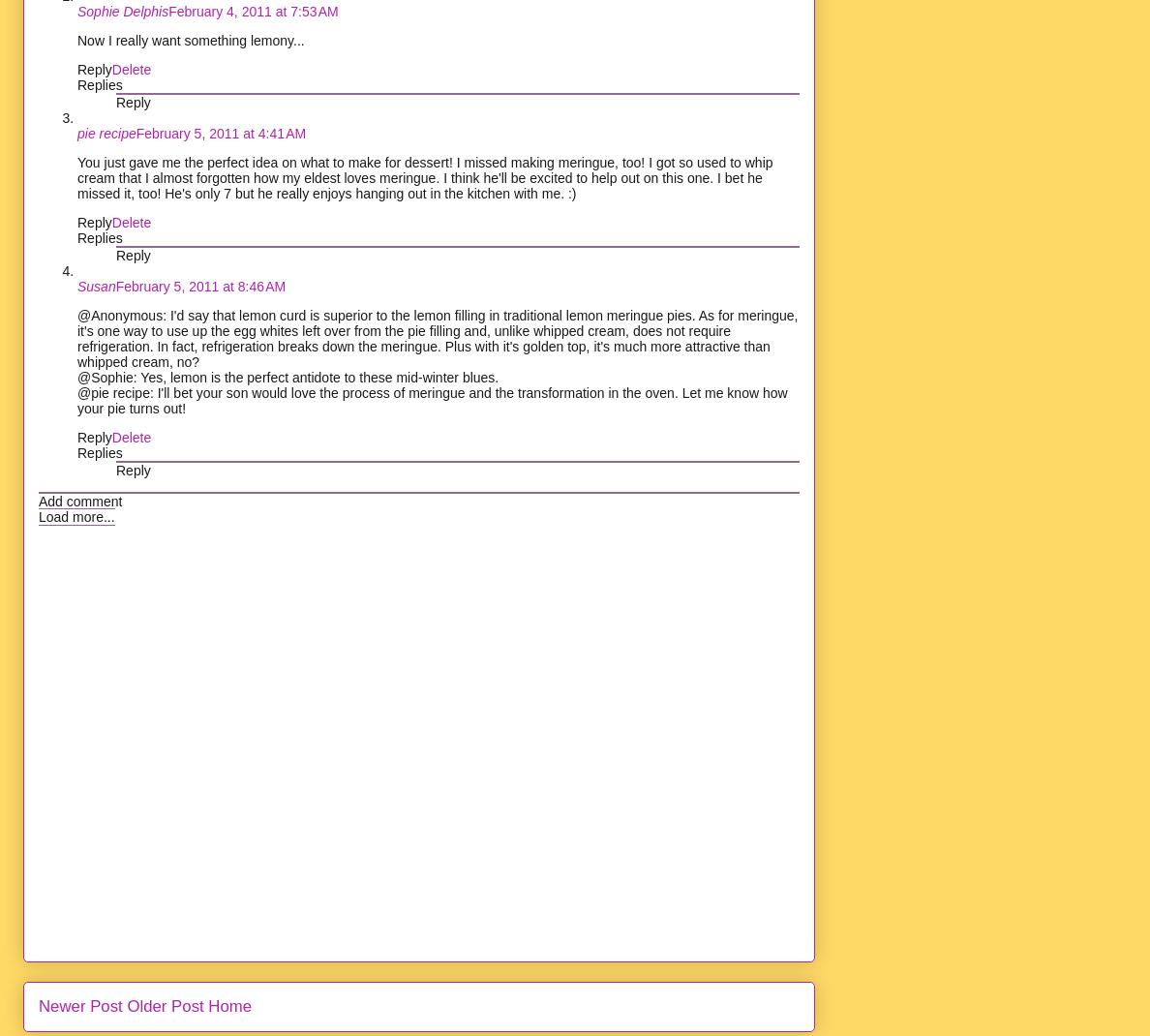 Image resolution: width=1150 pixels, height=1036 pixels. What do you see at coordinates (219, 132) in the screenshot?
I see `'February 5, 2011 at 4:41 AM'` at bounding box center [219, 132].